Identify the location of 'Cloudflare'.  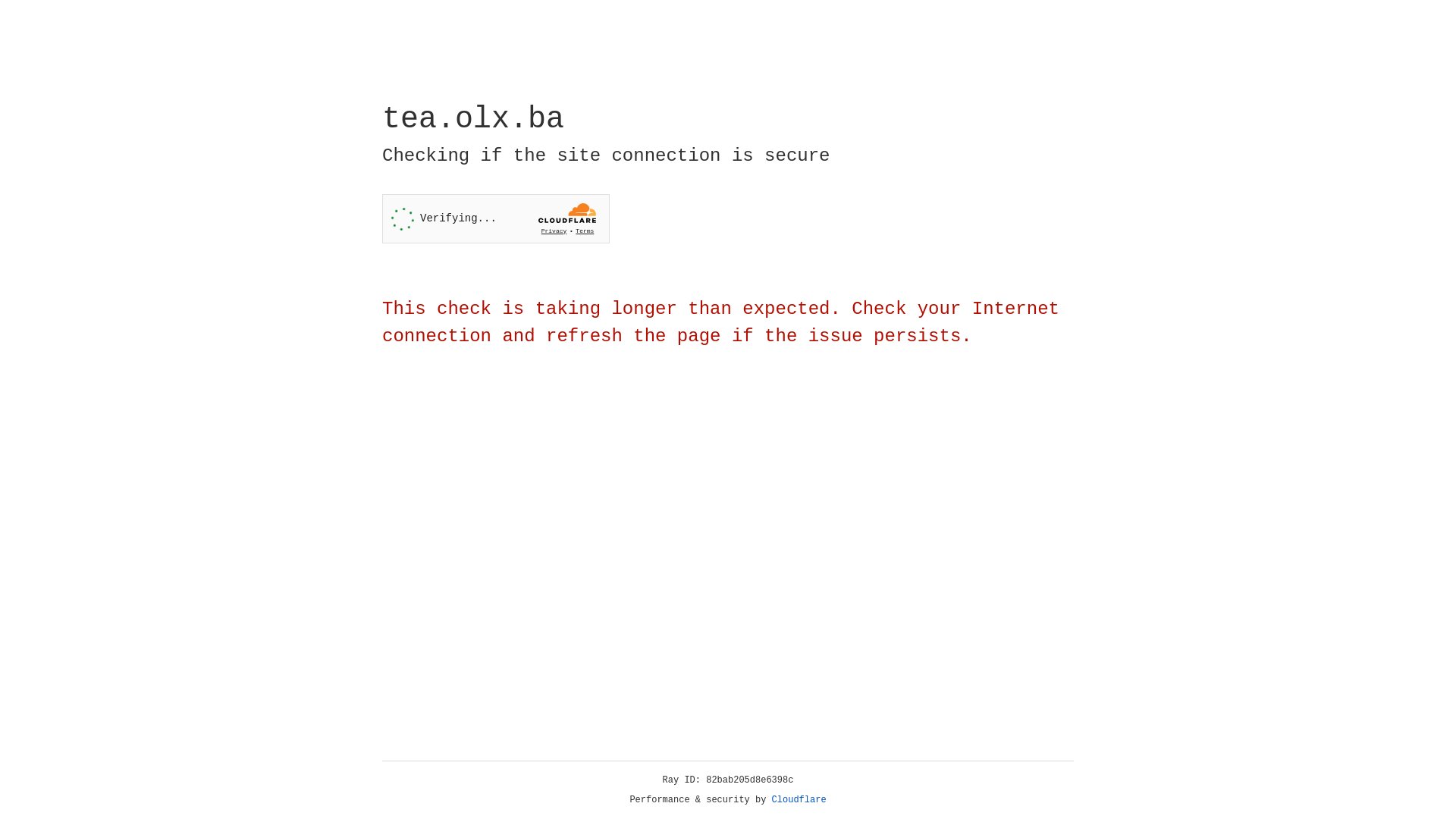
(771, 799).